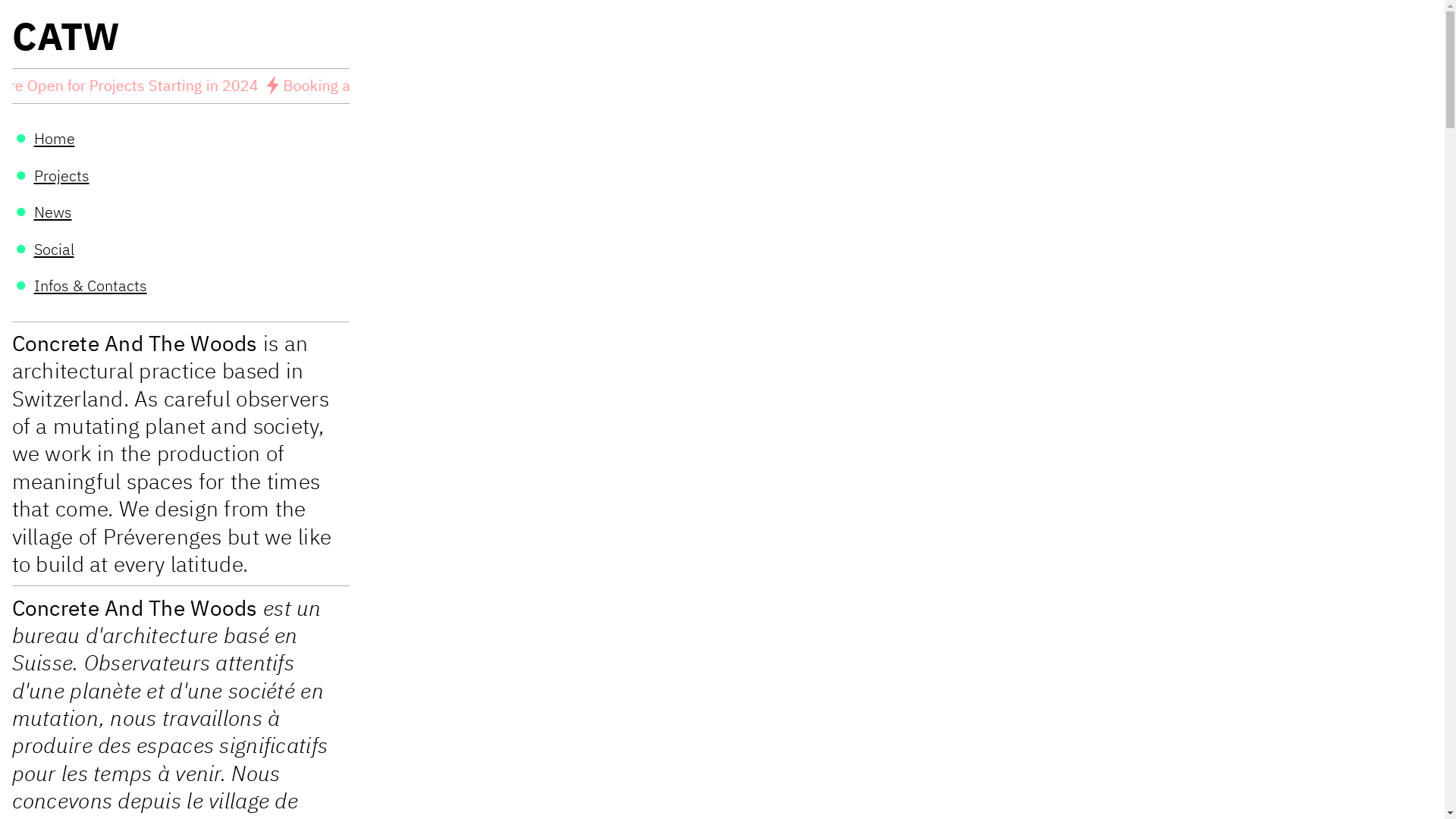 Image resolution: width=1456 pixels, height=819 pixels. I want to click on 'Home', so click(55, 138).